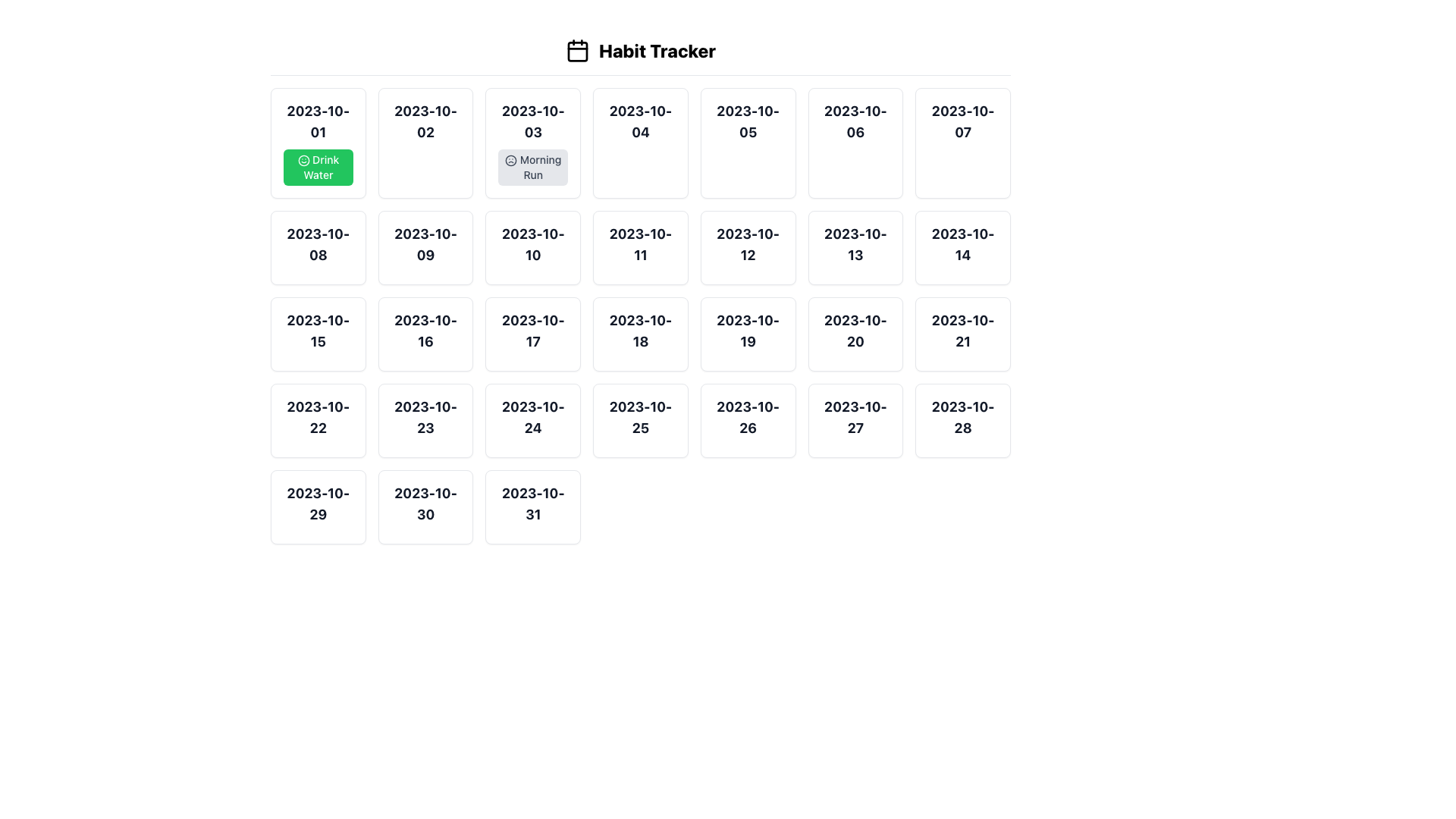  Describe the element at coordinates (425, 333) in the screenshot. I see `the light gray square button displaying '2023-10-16', located in the third row and third column of a seven-column grid layout` at that location.